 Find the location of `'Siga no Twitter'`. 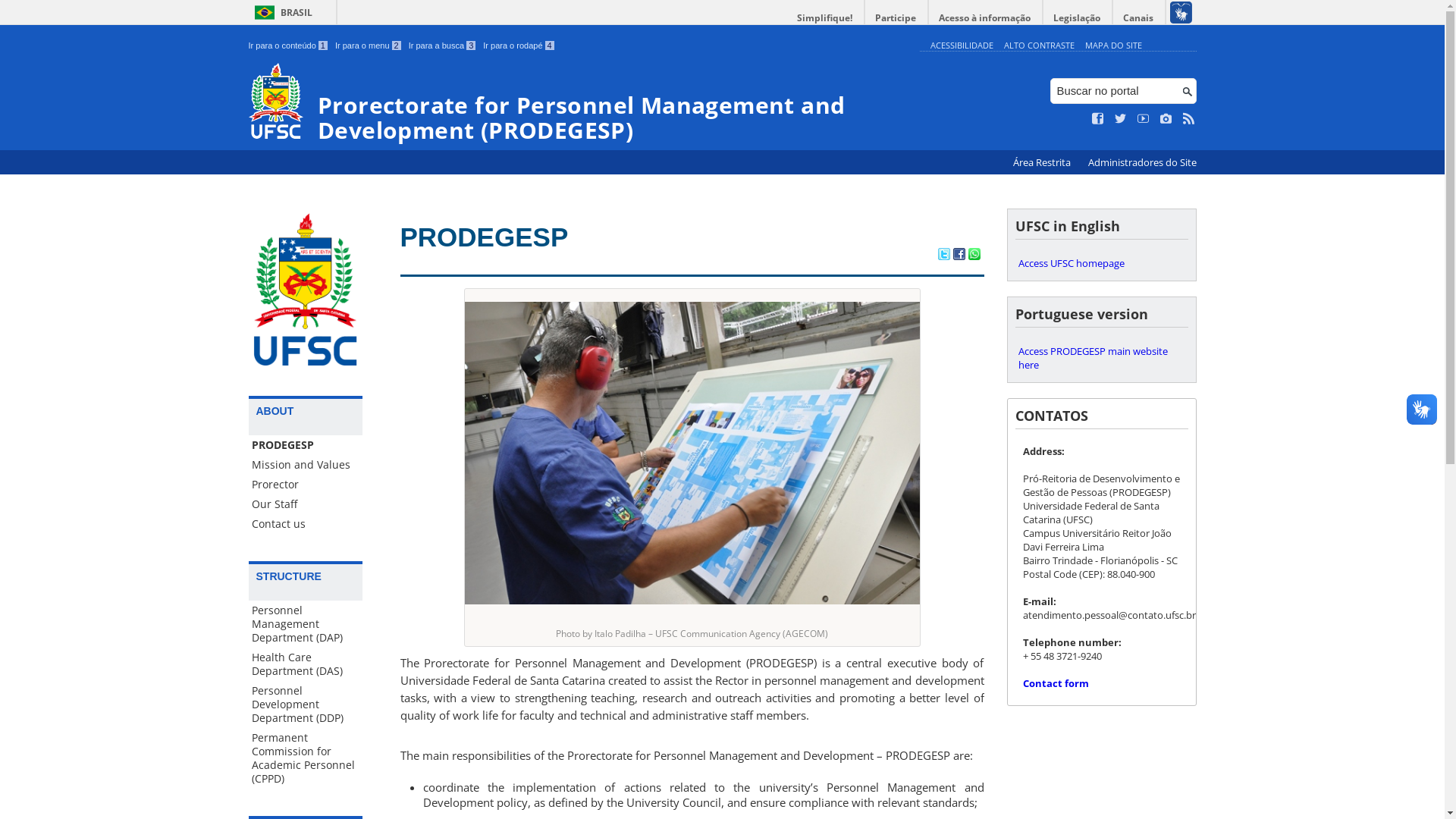

'Siga no Twitter' is located at coordinates (1121, 118).